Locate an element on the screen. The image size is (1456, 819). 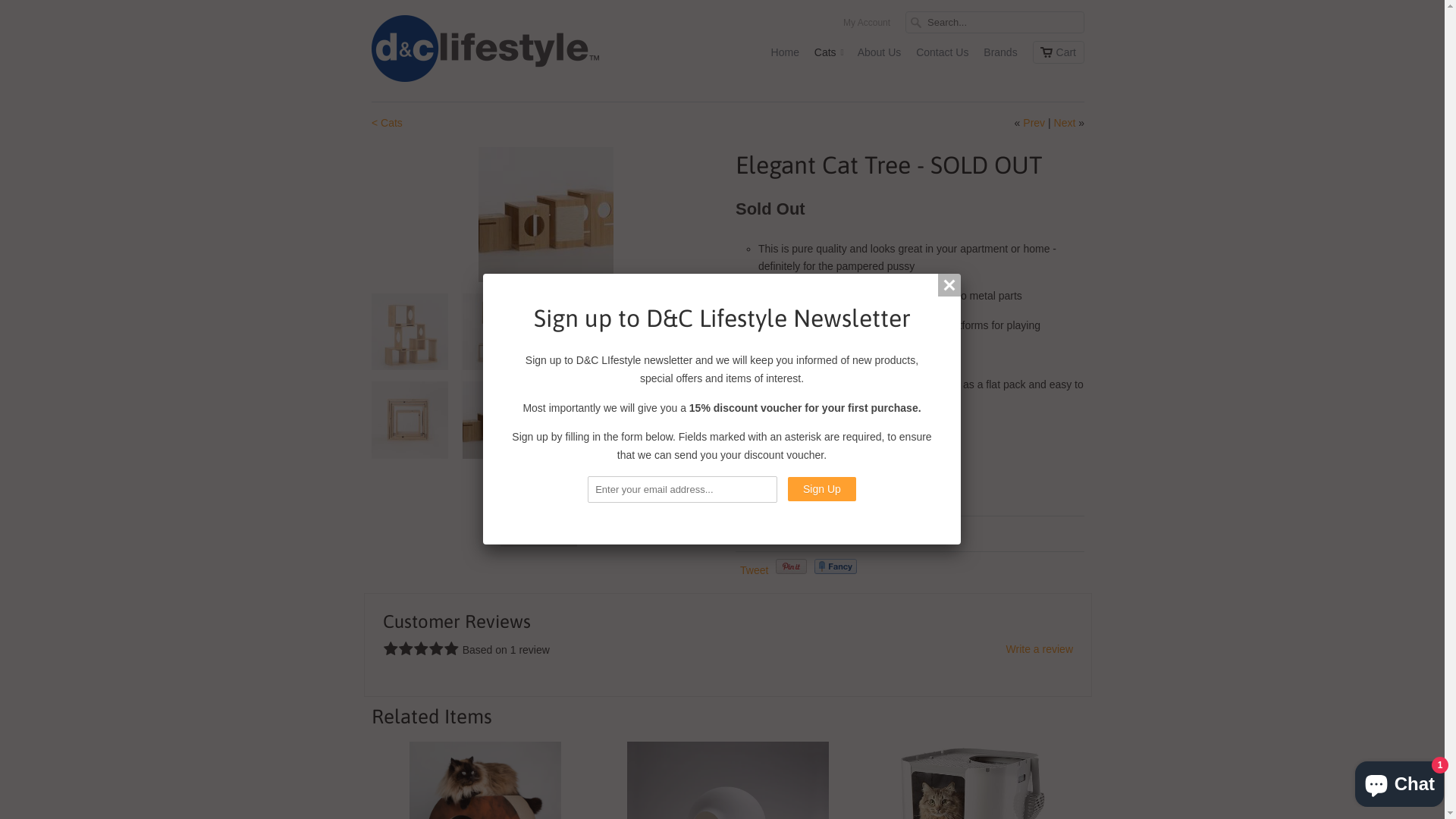
'Fancy' is located at coordinates (835, 566).